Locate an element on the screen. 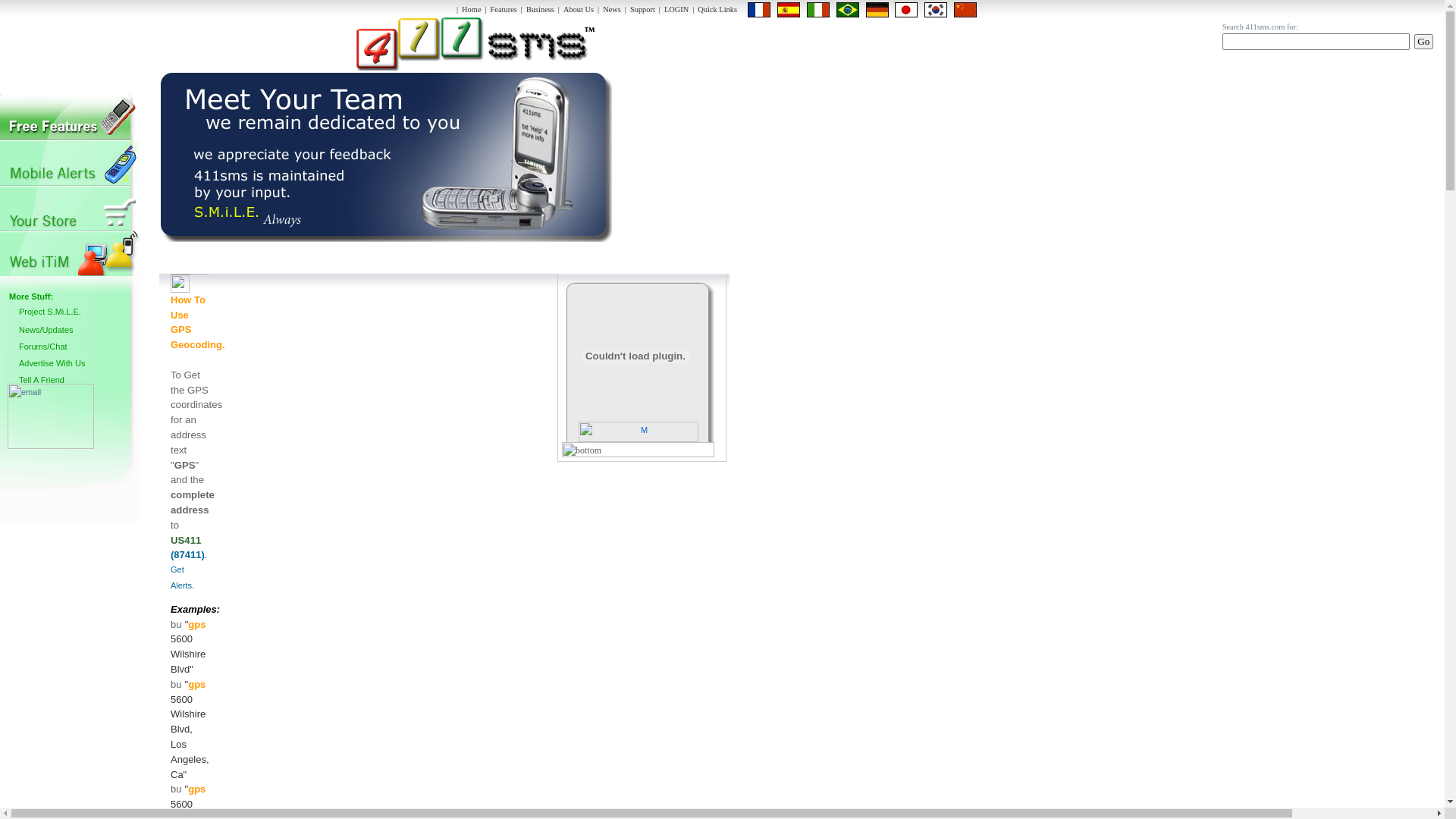 This screenshot has height=819, width=1456. 'en|ko' is located at coordinates (934, 9).